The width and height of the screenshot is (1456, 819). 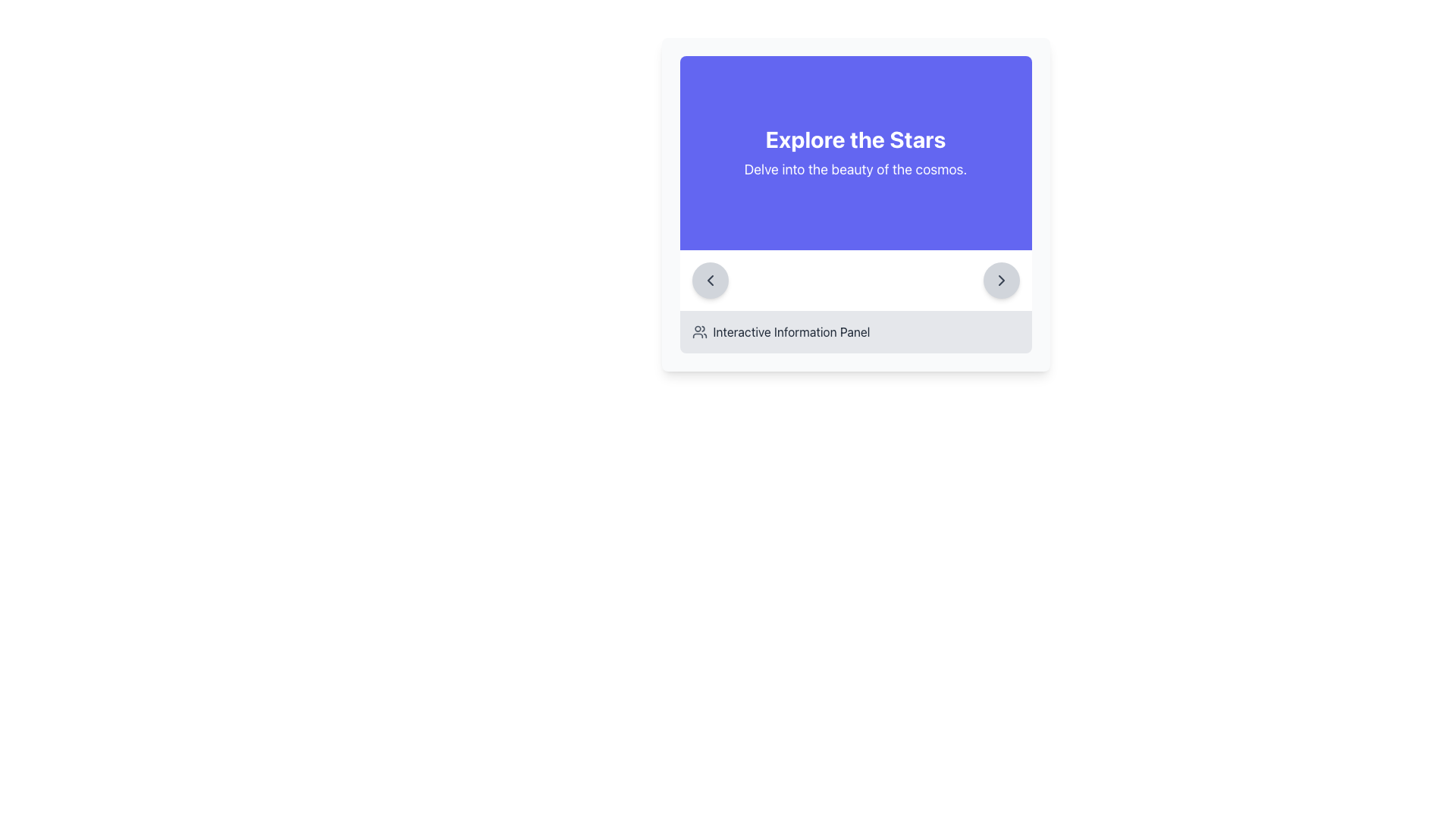 I want to click on the chevron-right SVG icon located in the bottom-right section of the card, so click(x=1001, y=281).